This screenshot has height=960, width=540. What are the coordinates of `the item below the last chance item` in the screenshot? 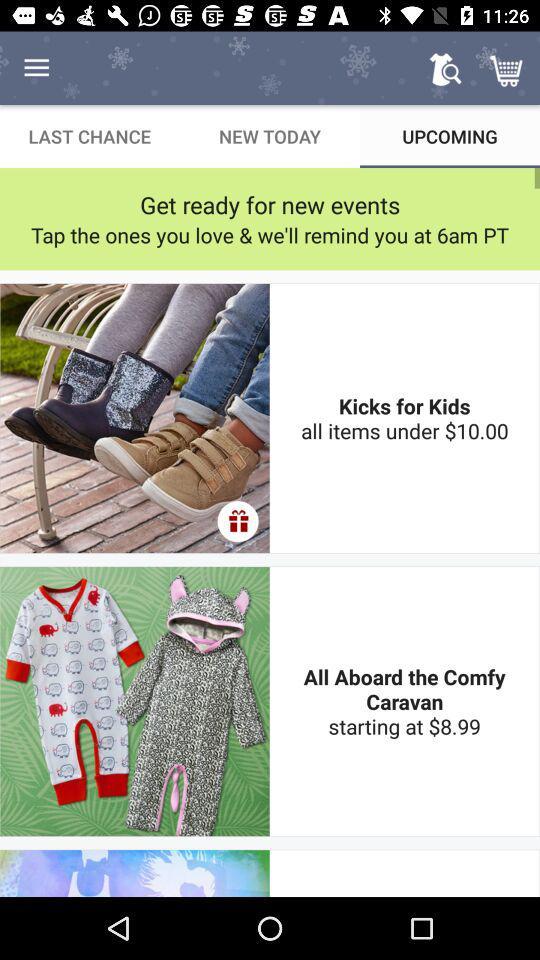 It's located at (270, 204).